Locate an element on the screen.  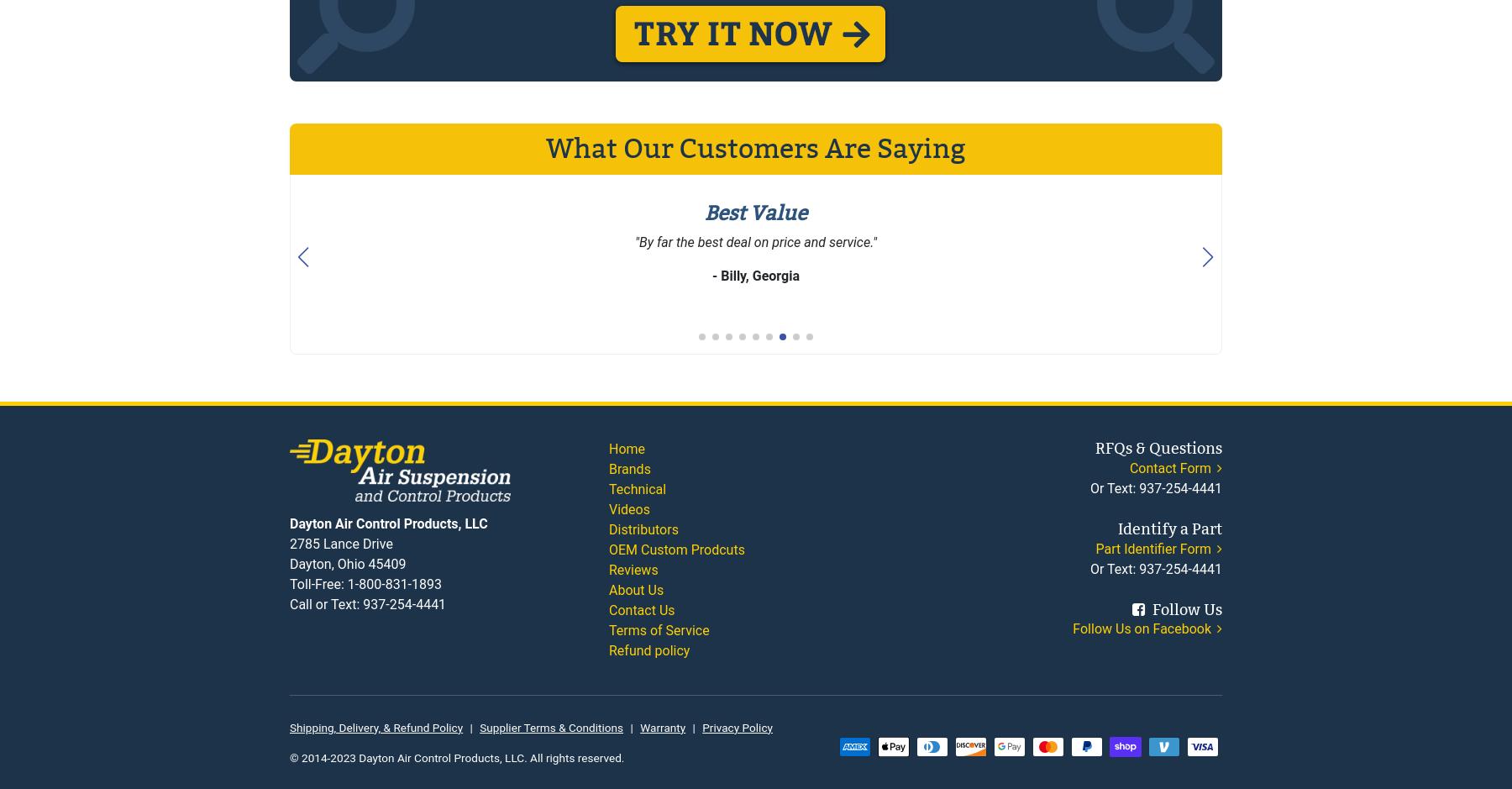
'Reviews' is located at coordinates (608, 569).